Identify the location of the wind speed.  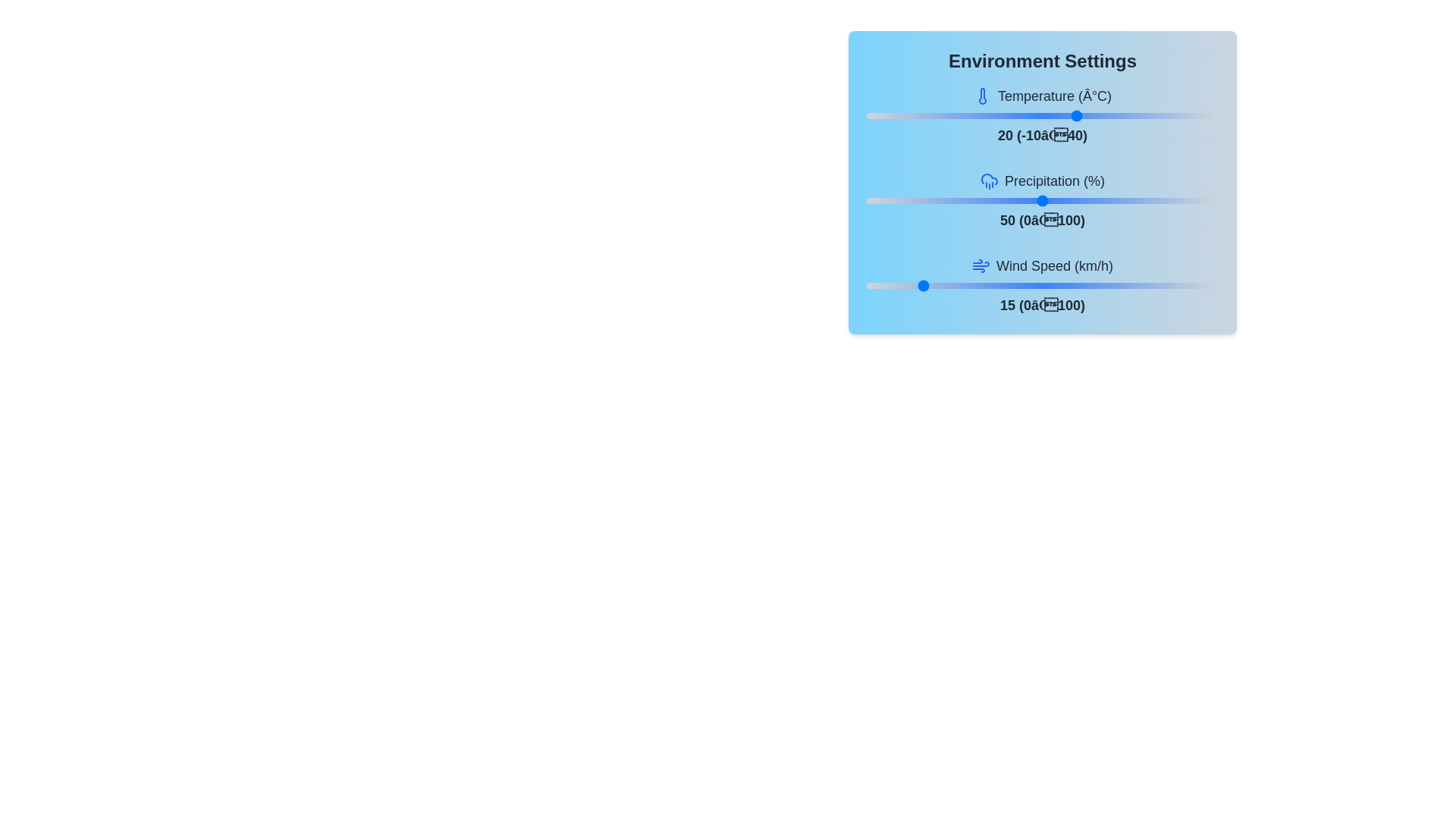
(1041, 286).